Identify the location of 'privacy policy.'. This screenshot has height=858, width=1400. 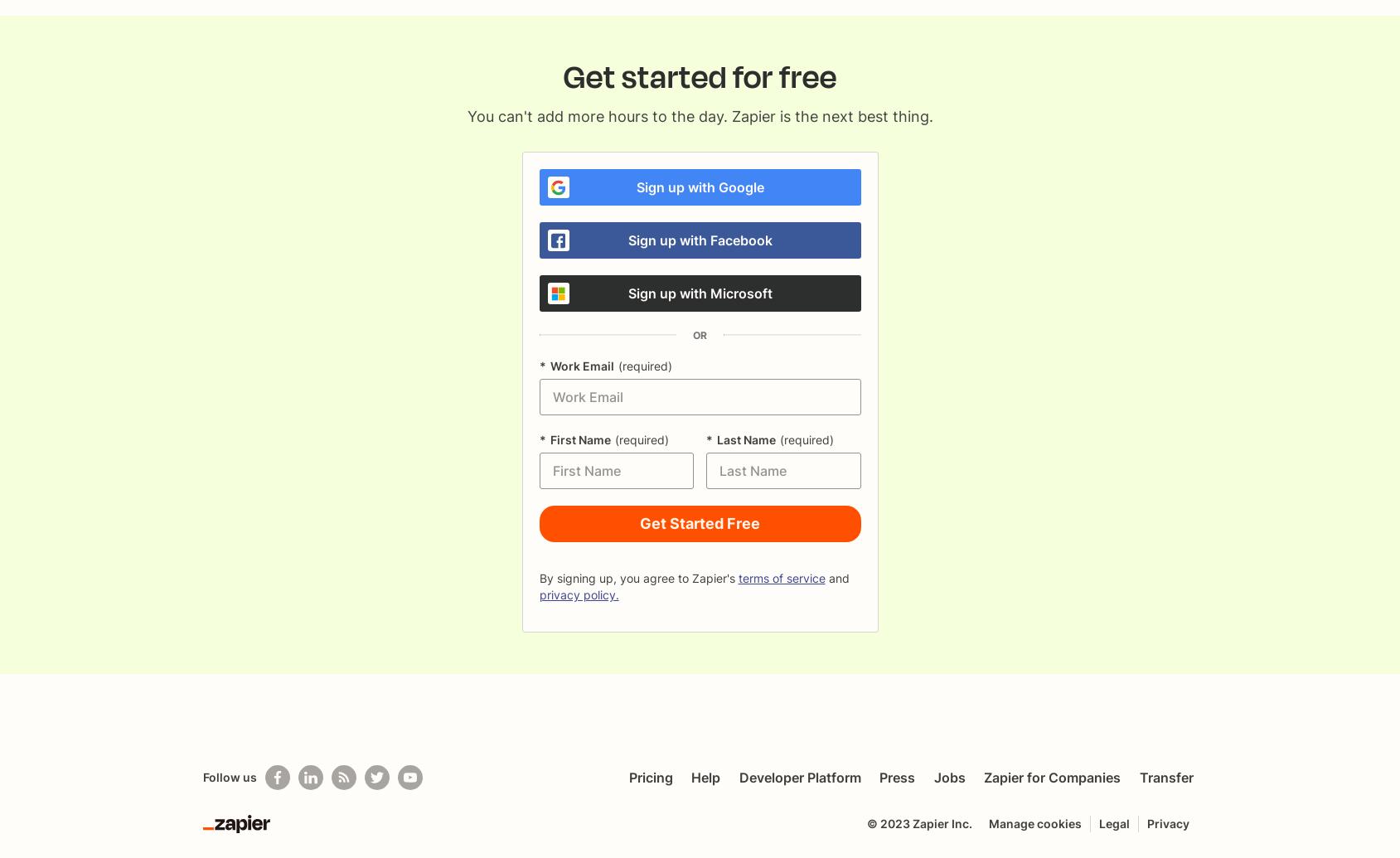
(537, 594).